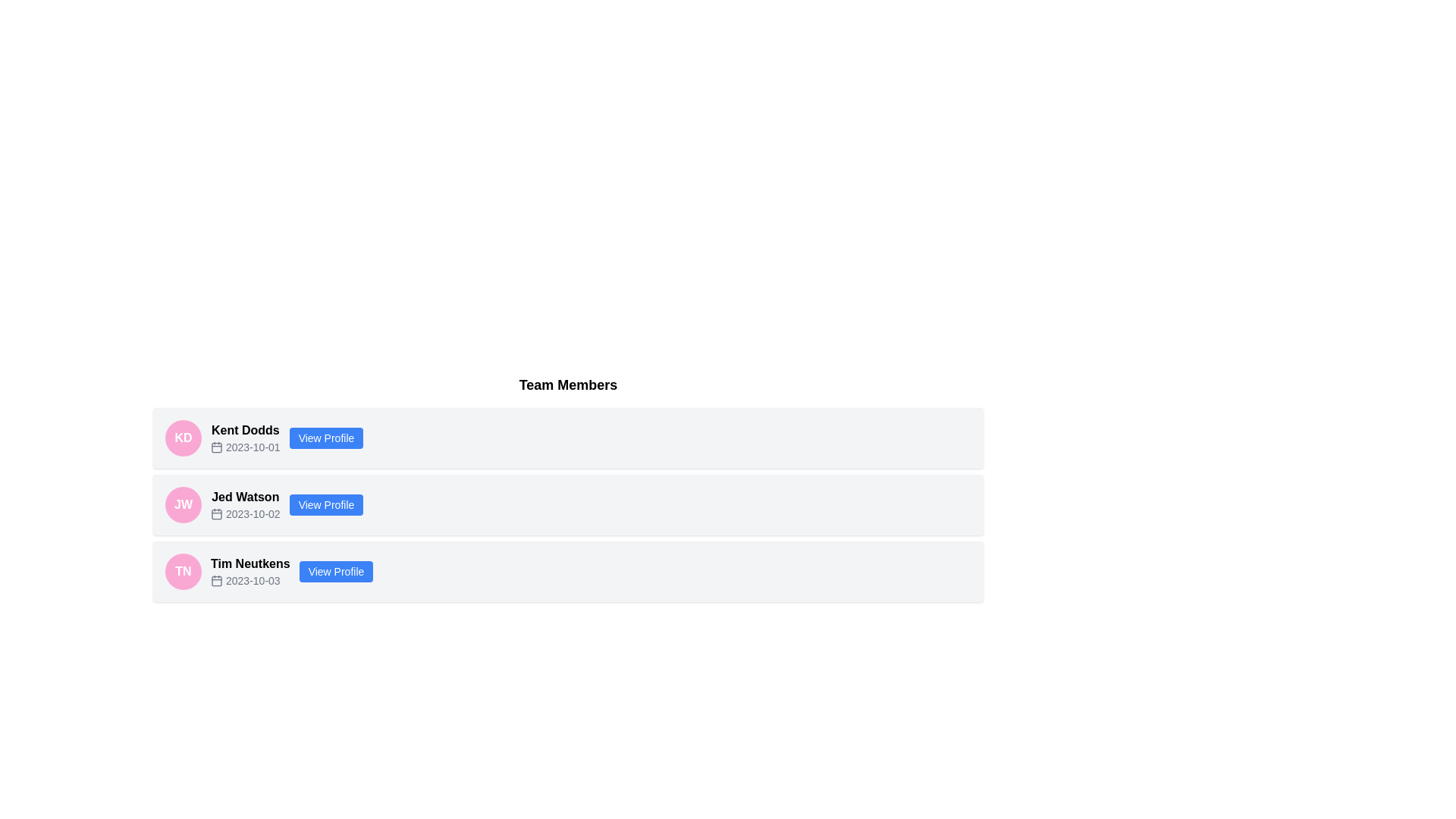 This screenshot has height=819, width=1456. Describe the element at coordinates (325, 505) in the screenshot. I see `the button that allows users` at that location.